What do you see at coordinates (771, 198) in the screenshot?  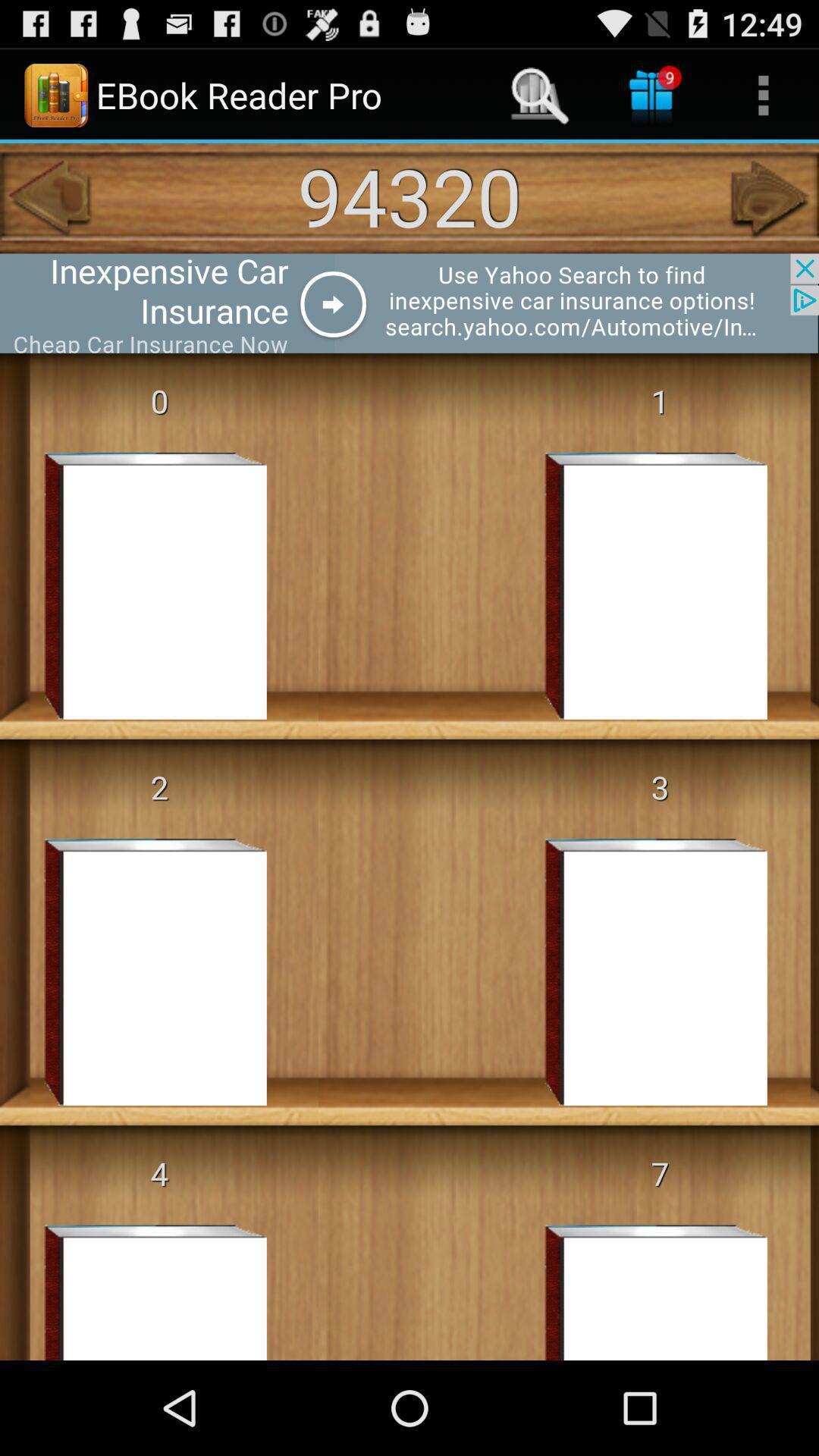 I see `the  first foreword icon which is under the more option` at bounding box center [771, 198].